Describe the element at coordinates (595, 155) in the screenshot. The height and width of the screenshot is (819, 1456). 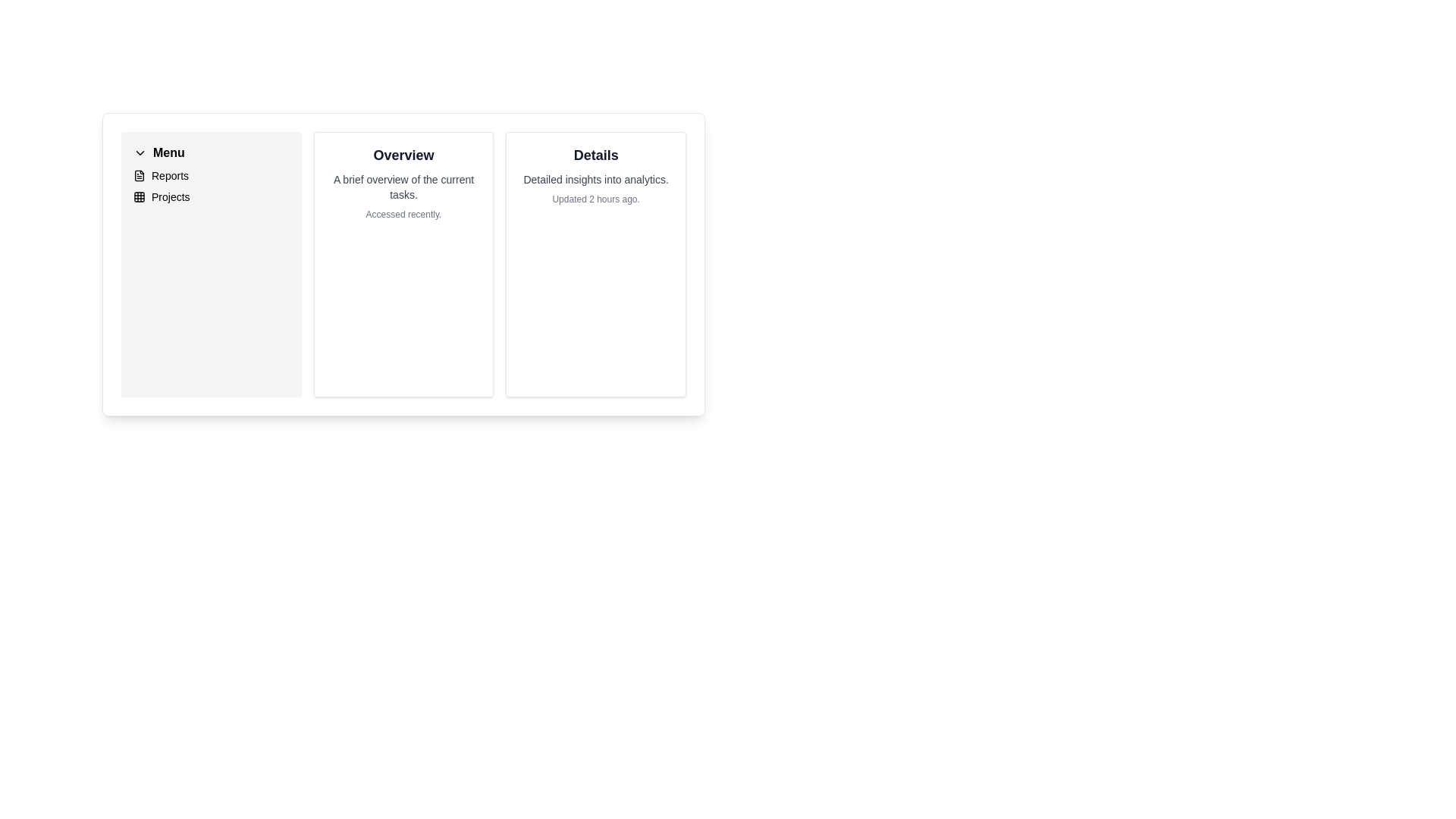
I see `static text header labeled 'Details' which is prominently displayed in bold, large dark gray font at the top of the rightmost card` at that location.